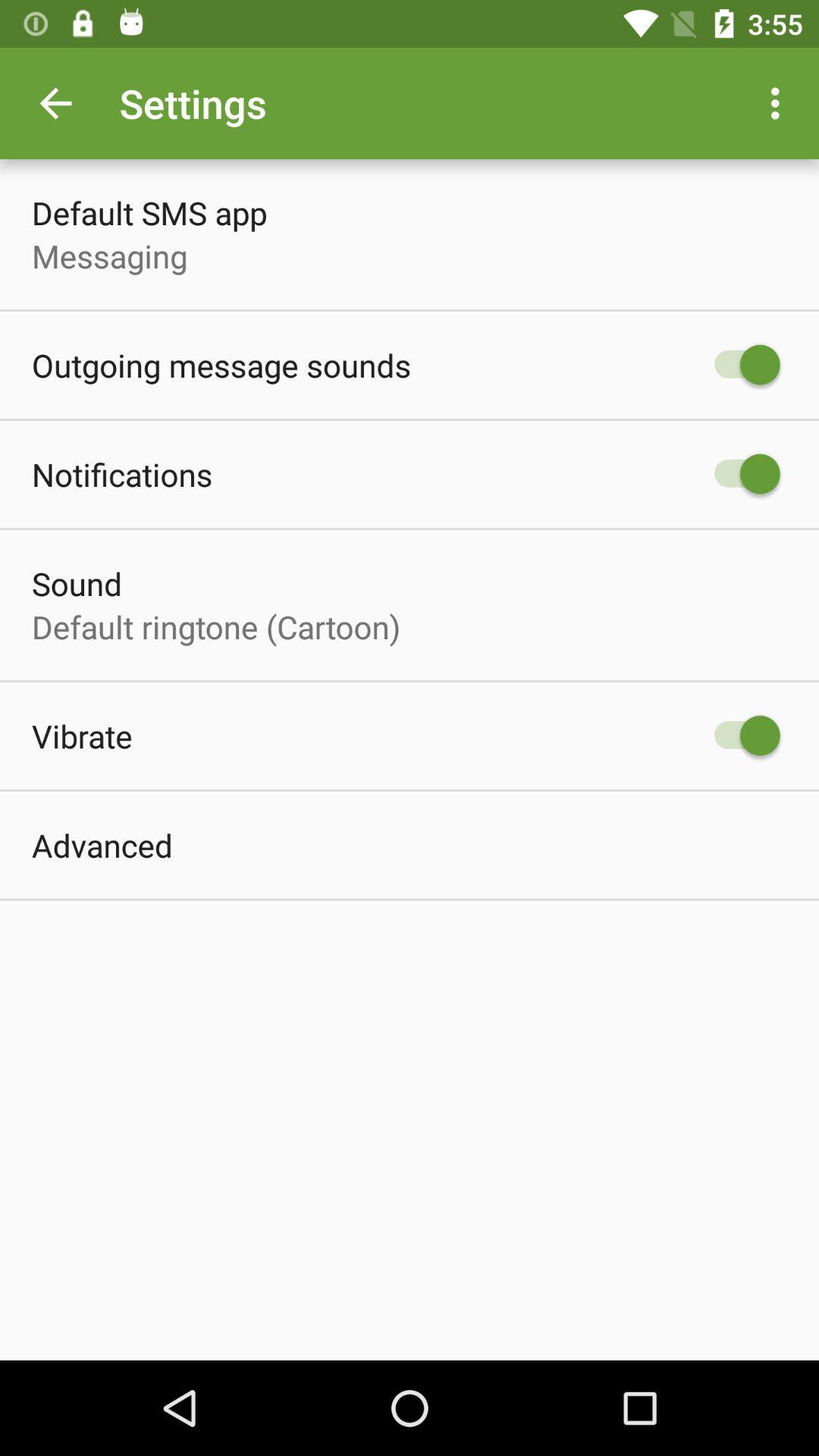  I want to click on the vibrate icon, so click(82, 736).